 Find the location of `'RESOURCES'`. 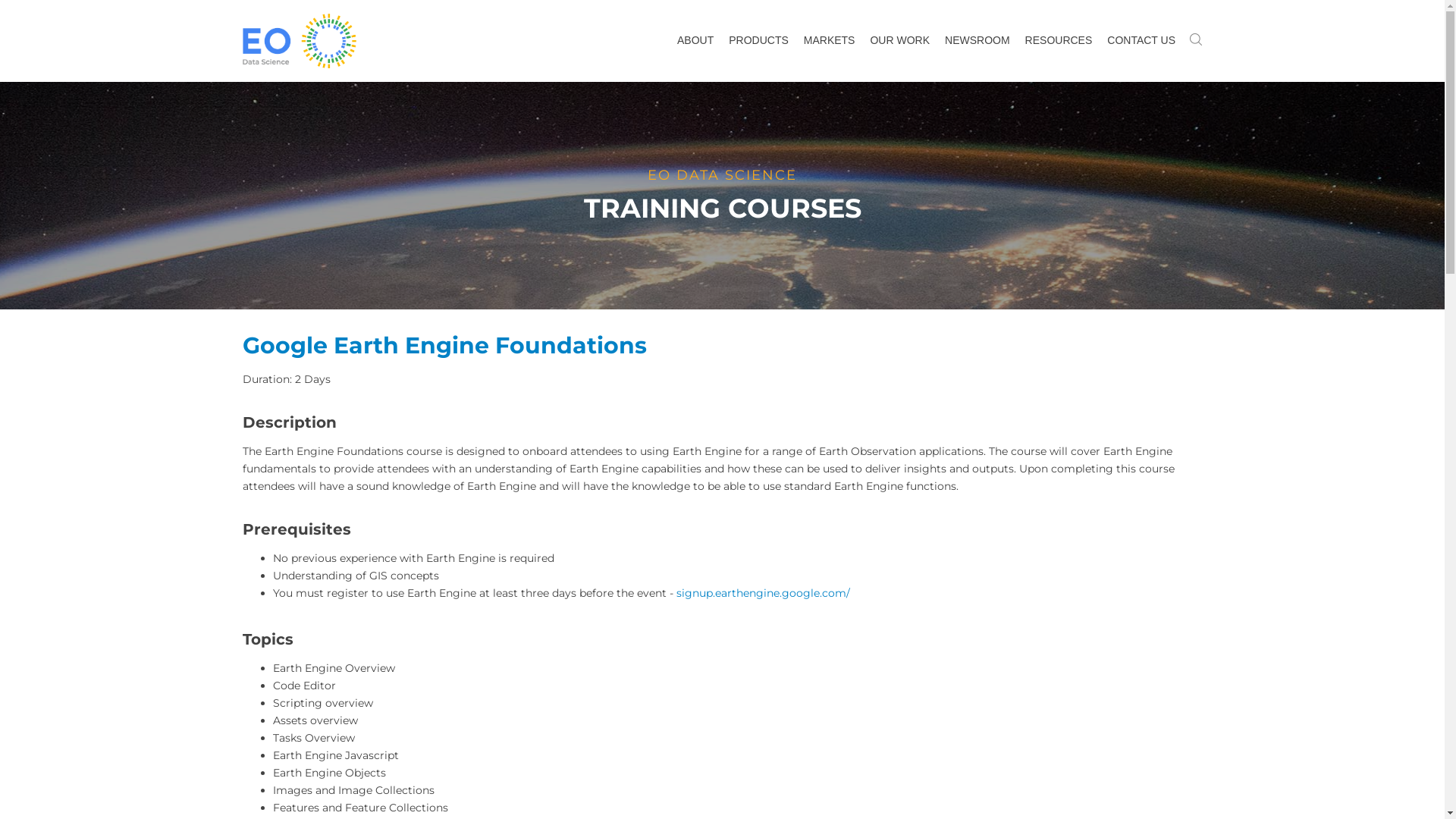

'RESOURCES' is located at coordinates (1058, 39).